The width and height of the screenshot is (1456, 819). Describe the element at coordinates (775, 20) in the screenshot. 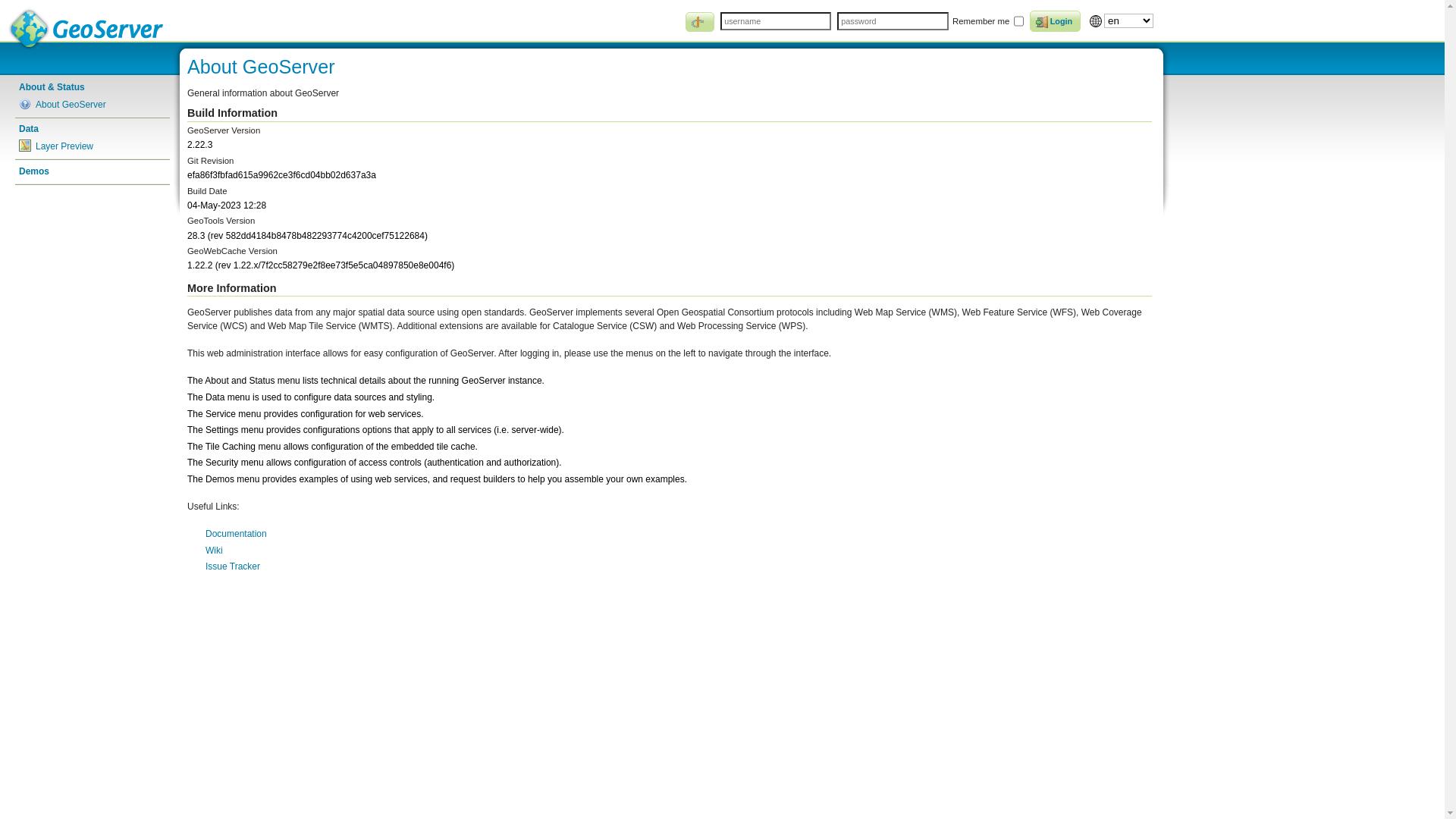

I see `'username'` at that location.